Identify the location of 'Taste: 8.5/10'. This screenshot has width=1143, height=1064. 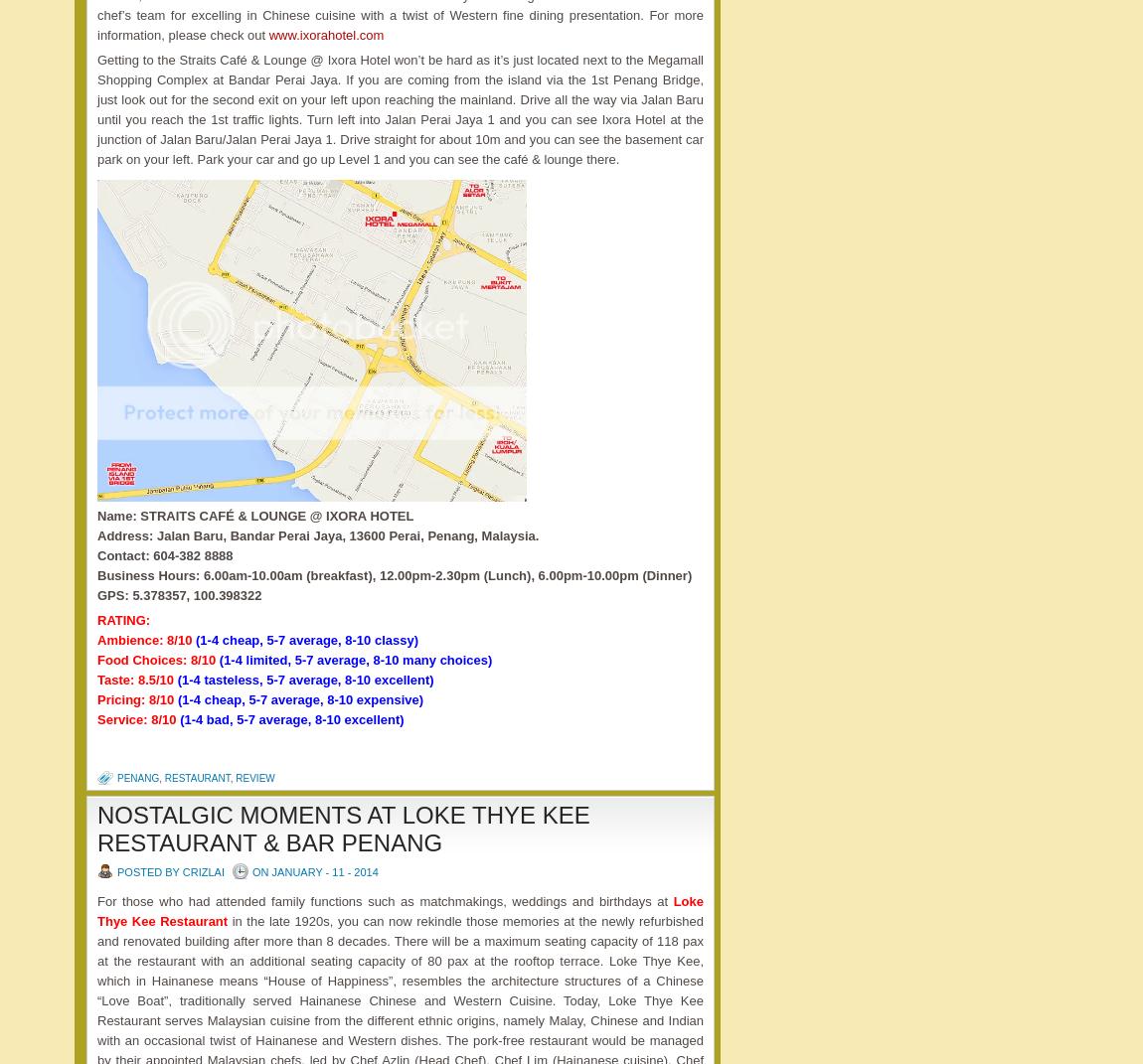
(136, 678).